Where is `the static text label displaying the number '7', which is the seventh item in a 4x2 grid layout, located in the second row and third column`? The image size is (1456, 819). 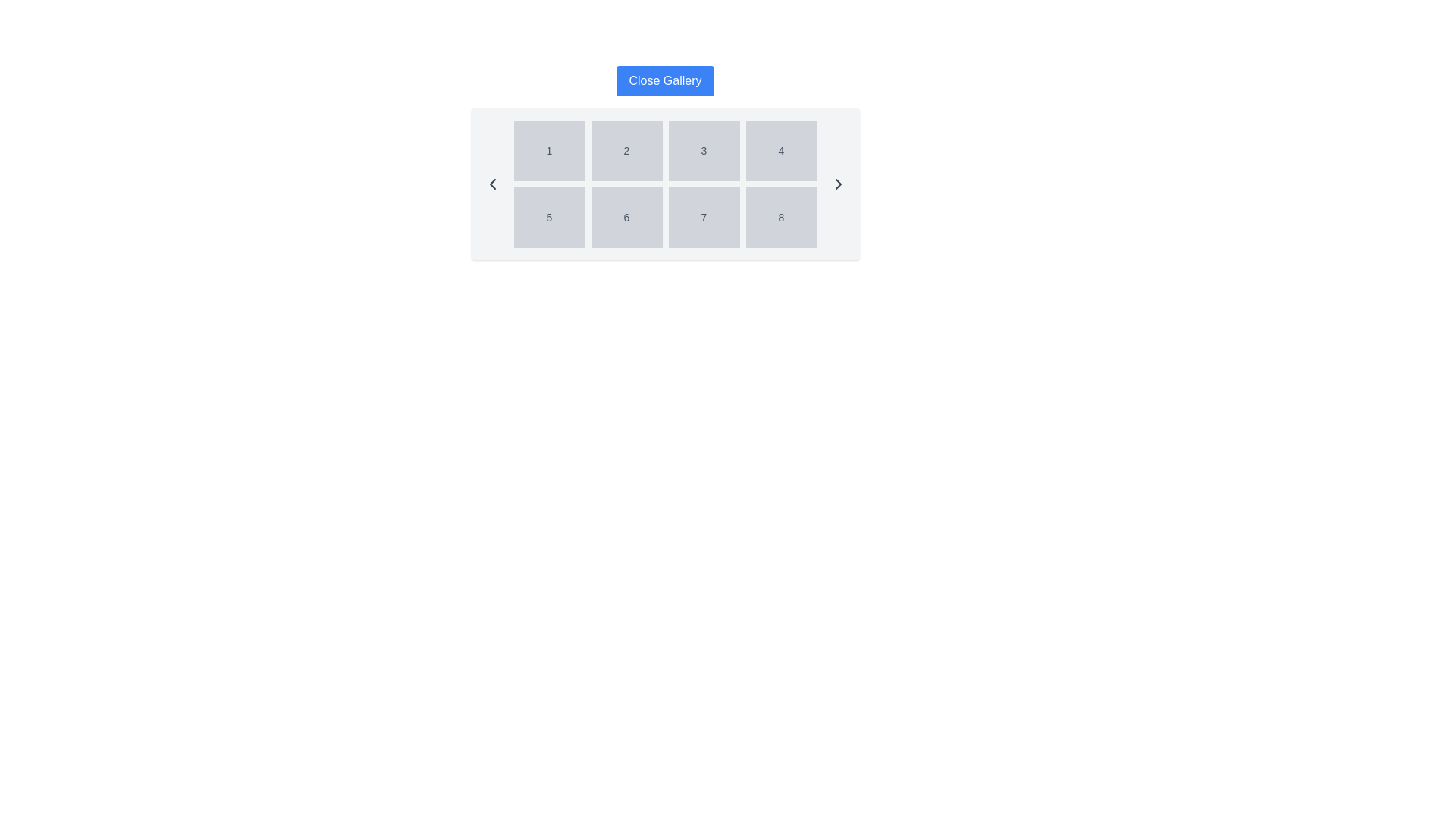
the static text label displaying the number '7', which is the seventh item in a 4x2 grid layout, located in the second row and third column is located at coordinates (703, 217).